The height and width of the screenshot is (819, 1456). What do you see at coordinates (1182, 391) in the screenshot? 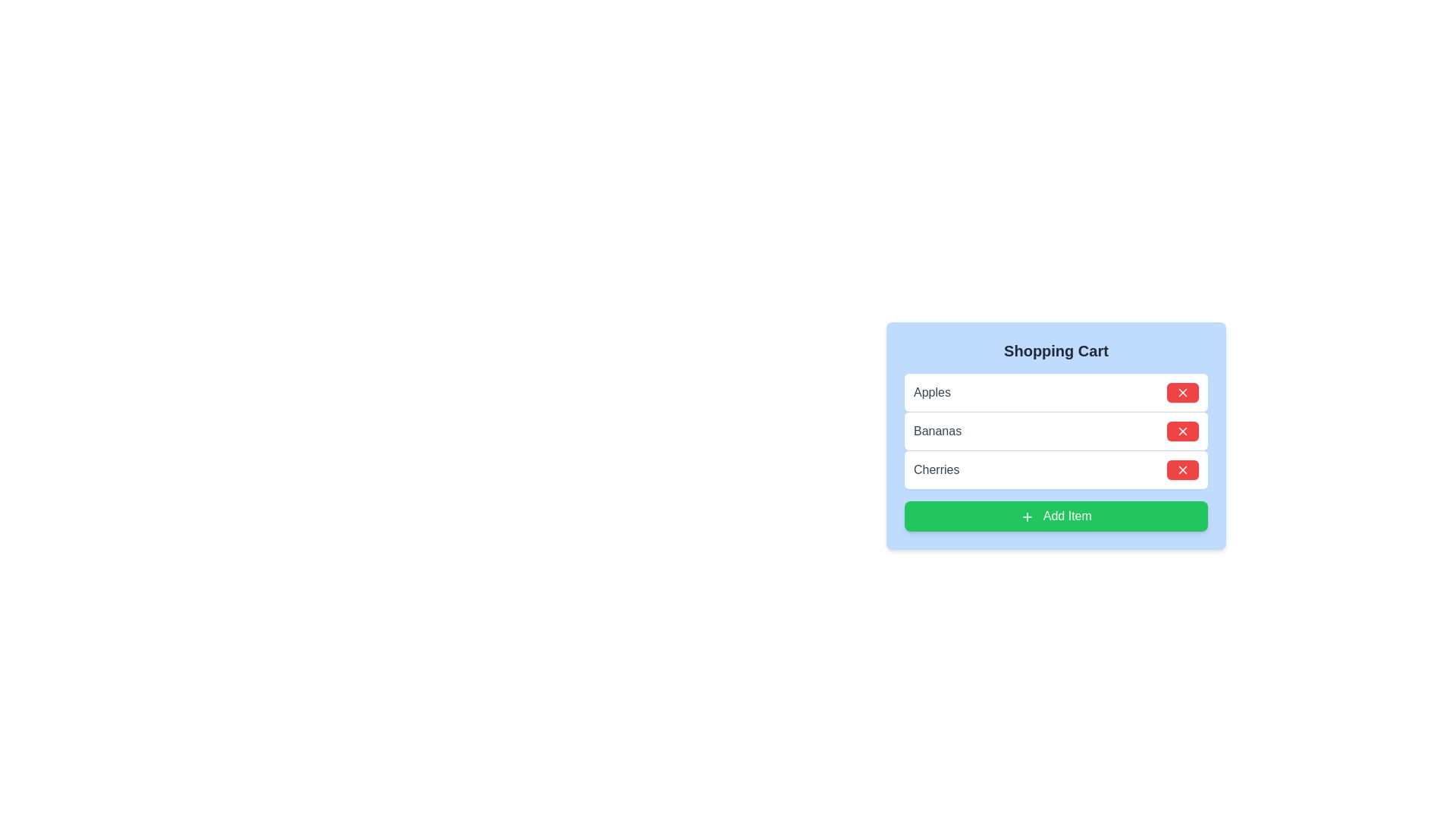
I see `the red button with an 'X' icon, located in the top row aligned with the 'Apples' text, to observe interactivity effects` at bounding box center [1182, 391].